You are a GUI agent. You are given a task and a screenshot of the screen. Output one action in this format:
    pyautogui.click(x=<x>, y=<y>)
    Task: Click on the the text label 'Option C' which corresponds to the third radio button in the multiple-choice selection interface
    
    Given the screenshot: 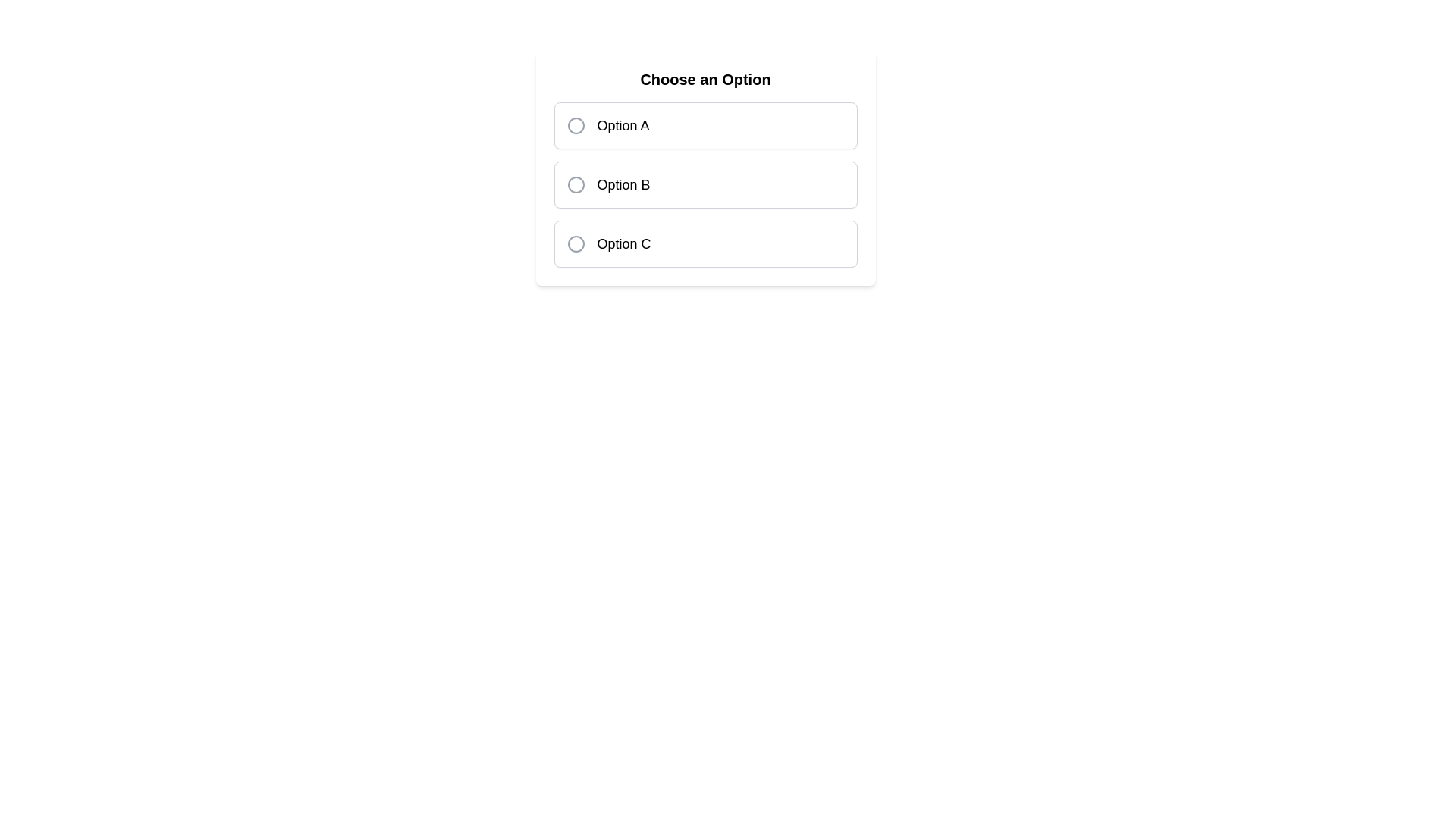 What is the action you would take?
    pyautogui.click(x=624, y=243)
    